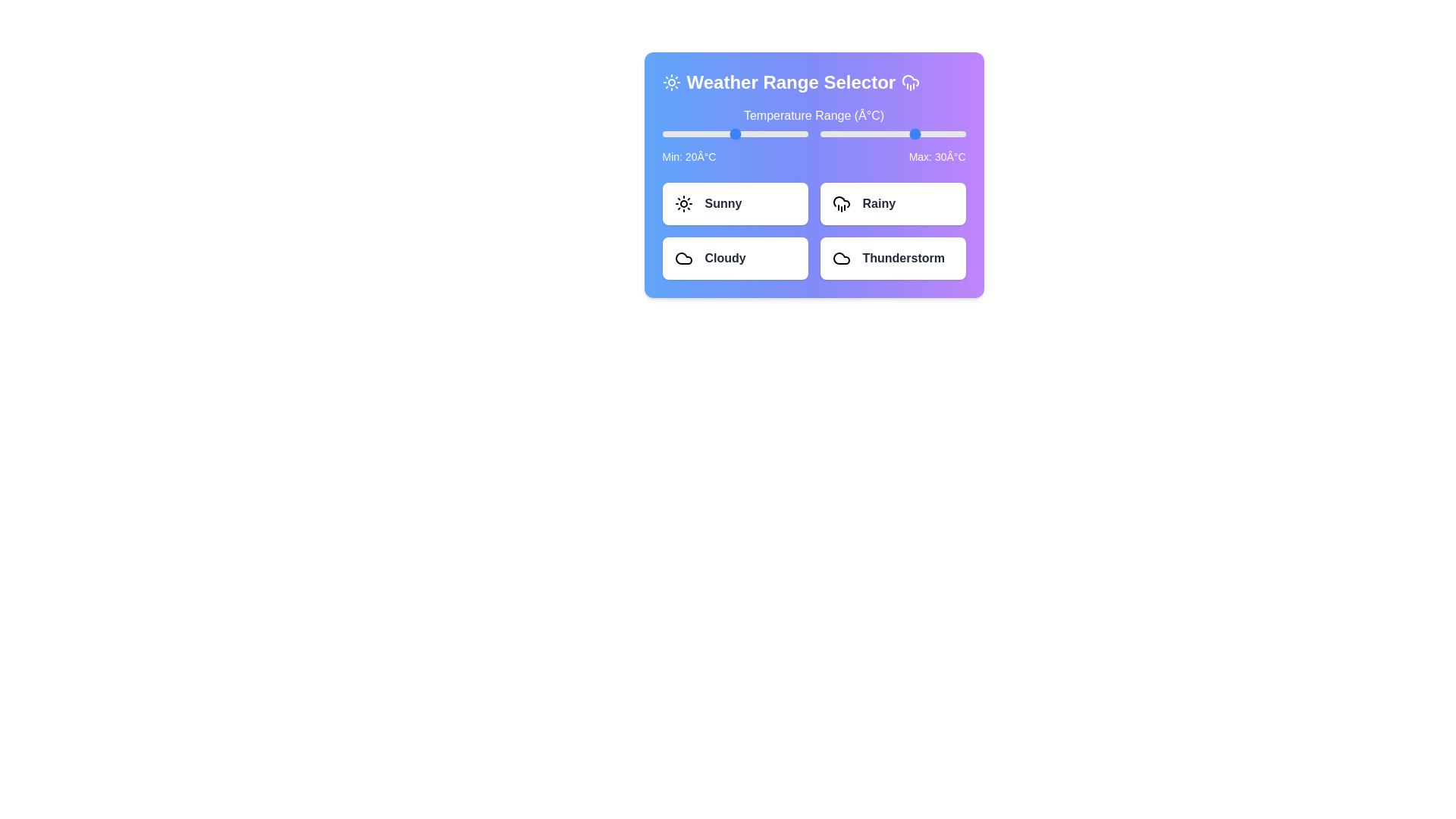 The height and width of the screenshot is (819, 1456). I want to click on the maximum temperature slider to 41°C, so click(943, 133).